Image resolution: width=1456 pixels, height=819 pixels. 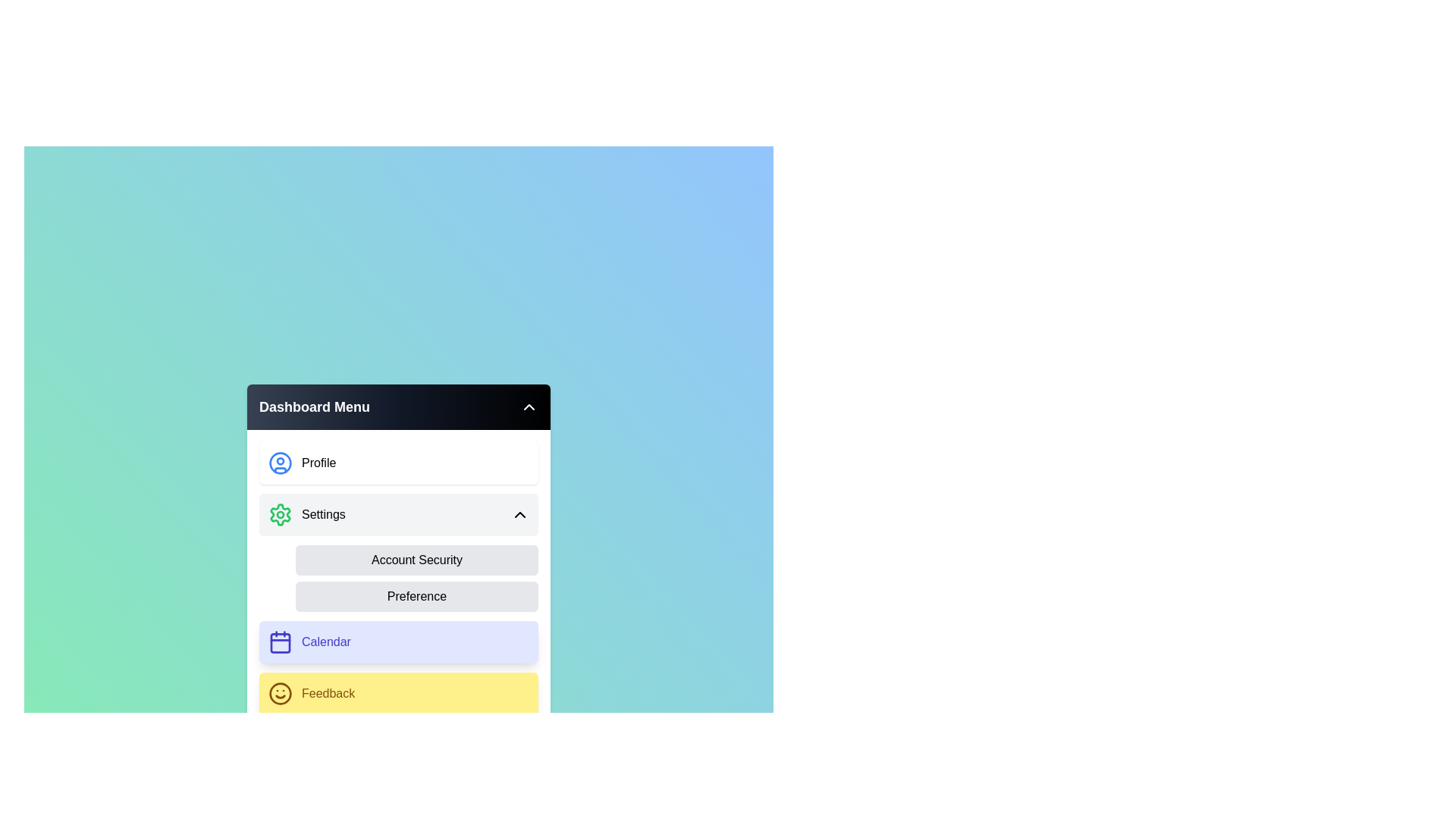 What do you see at coordinates (520, 513) in the screenshot?
I see `the Button/Toggle Icon that indicates the collapsible menu for additional options under 'Settings', located on the far right side next to the 'Settings' label text` at bounding box center [520, 513].